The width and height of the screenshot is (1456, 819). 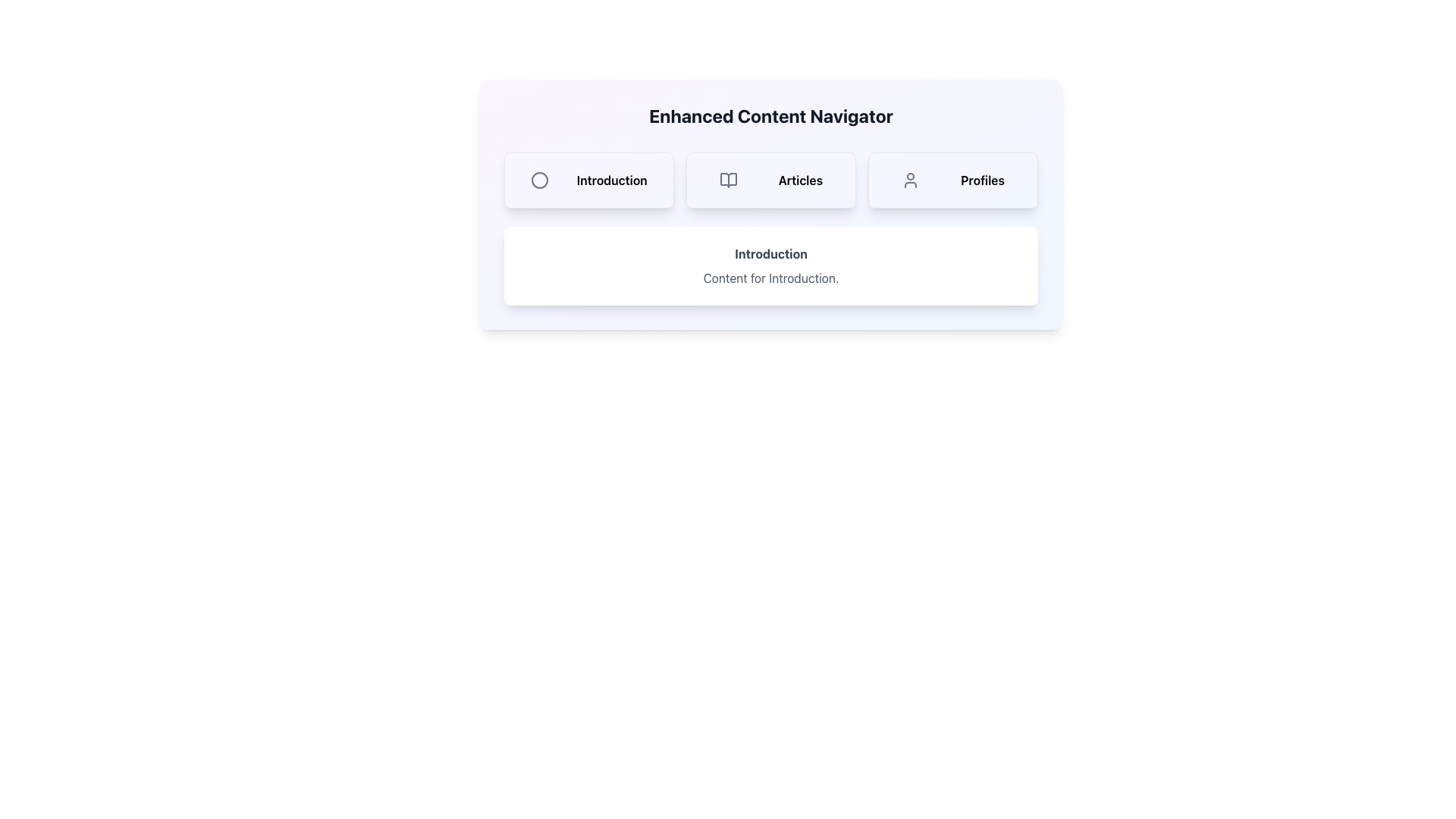 I want to click on the text element that reads 'Content for Introduction', which is styled in a subtle gray font and located below the bolded title 'Introduction', so click(x=771, y=278).